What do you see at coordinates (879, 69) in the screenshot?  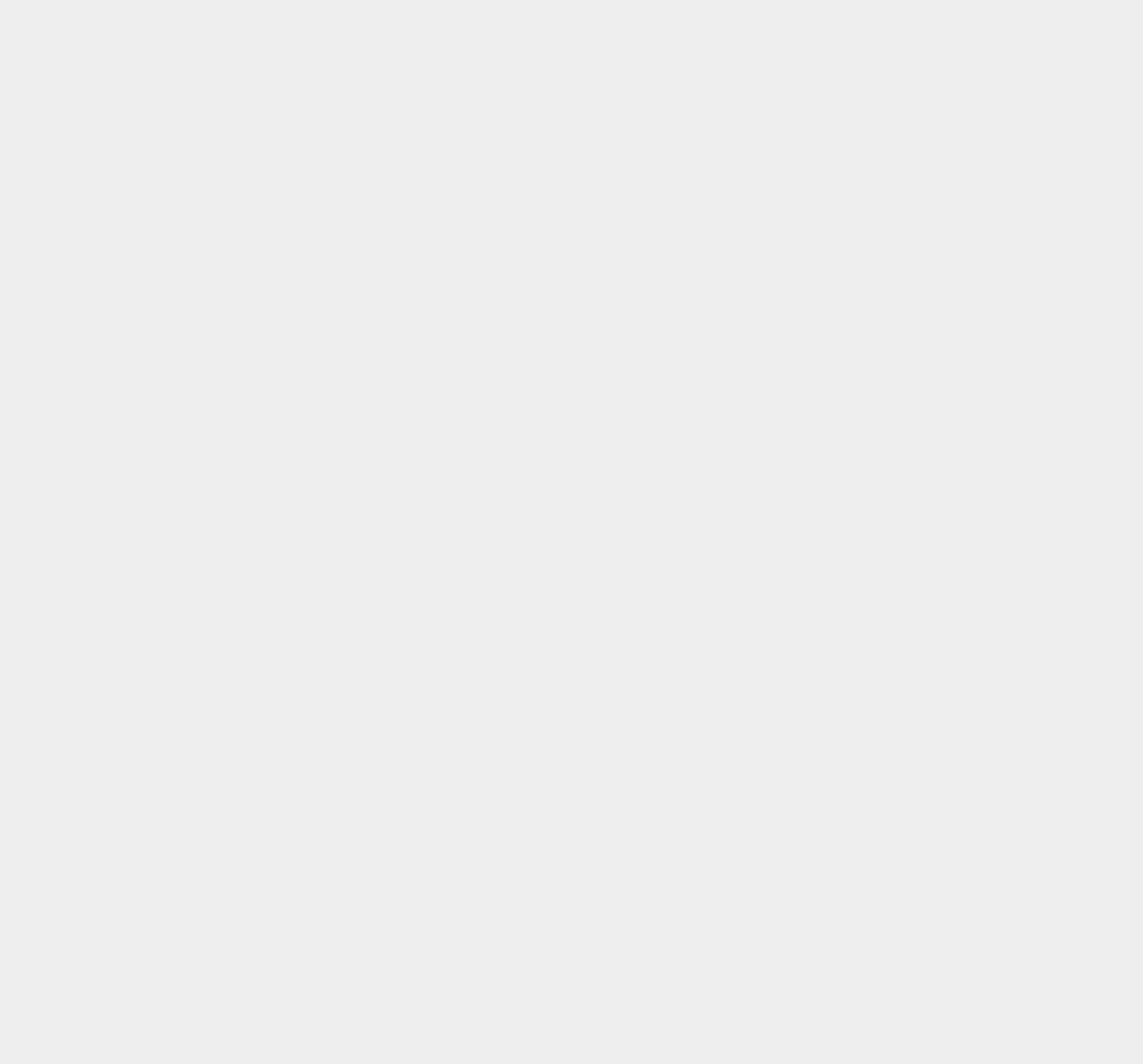 I see `'Windows Media Center'` at bounding box center [879, 69].